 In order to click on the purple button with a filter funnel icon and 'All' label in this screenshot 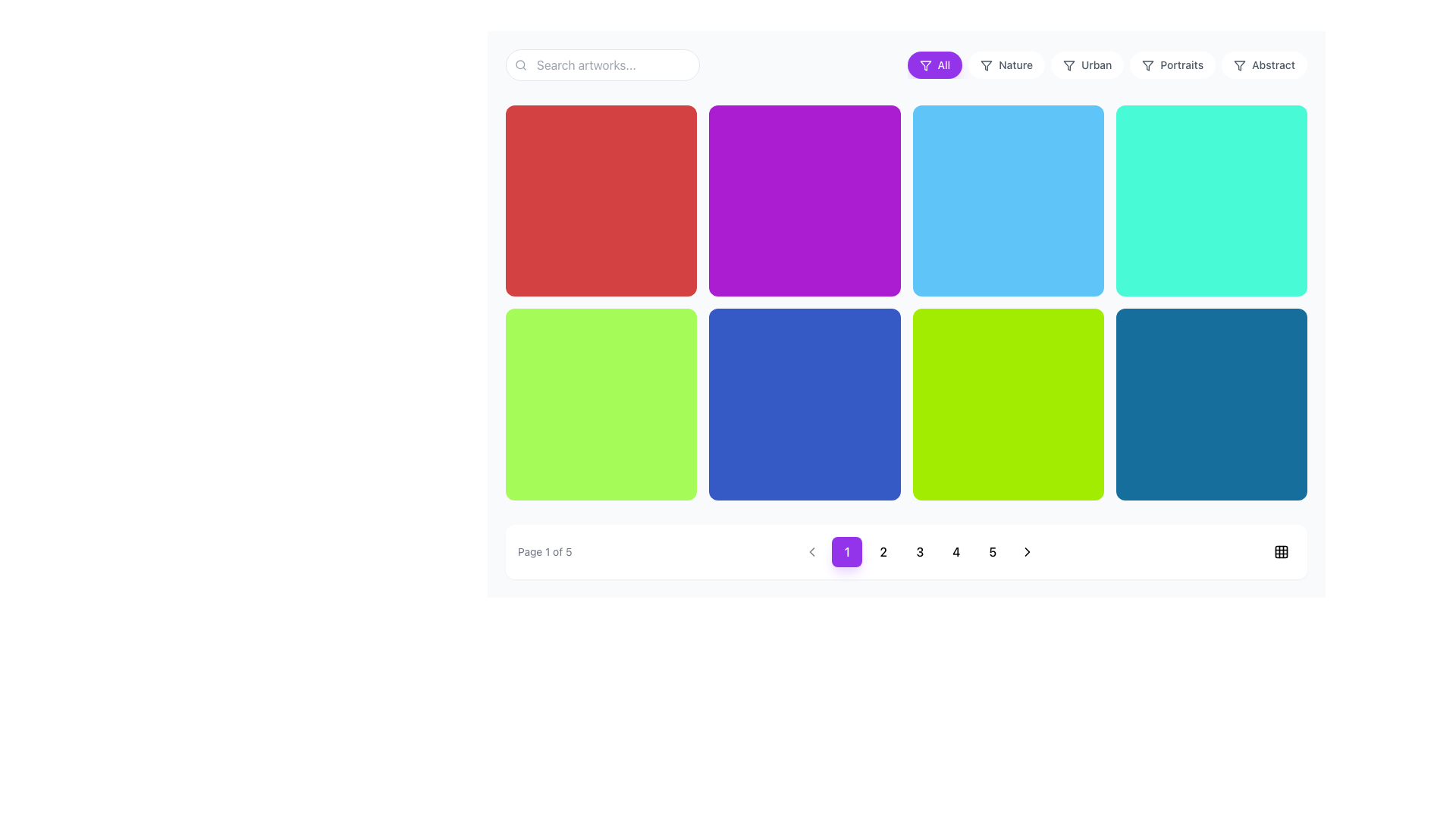, I will do `click(924, 65)`.